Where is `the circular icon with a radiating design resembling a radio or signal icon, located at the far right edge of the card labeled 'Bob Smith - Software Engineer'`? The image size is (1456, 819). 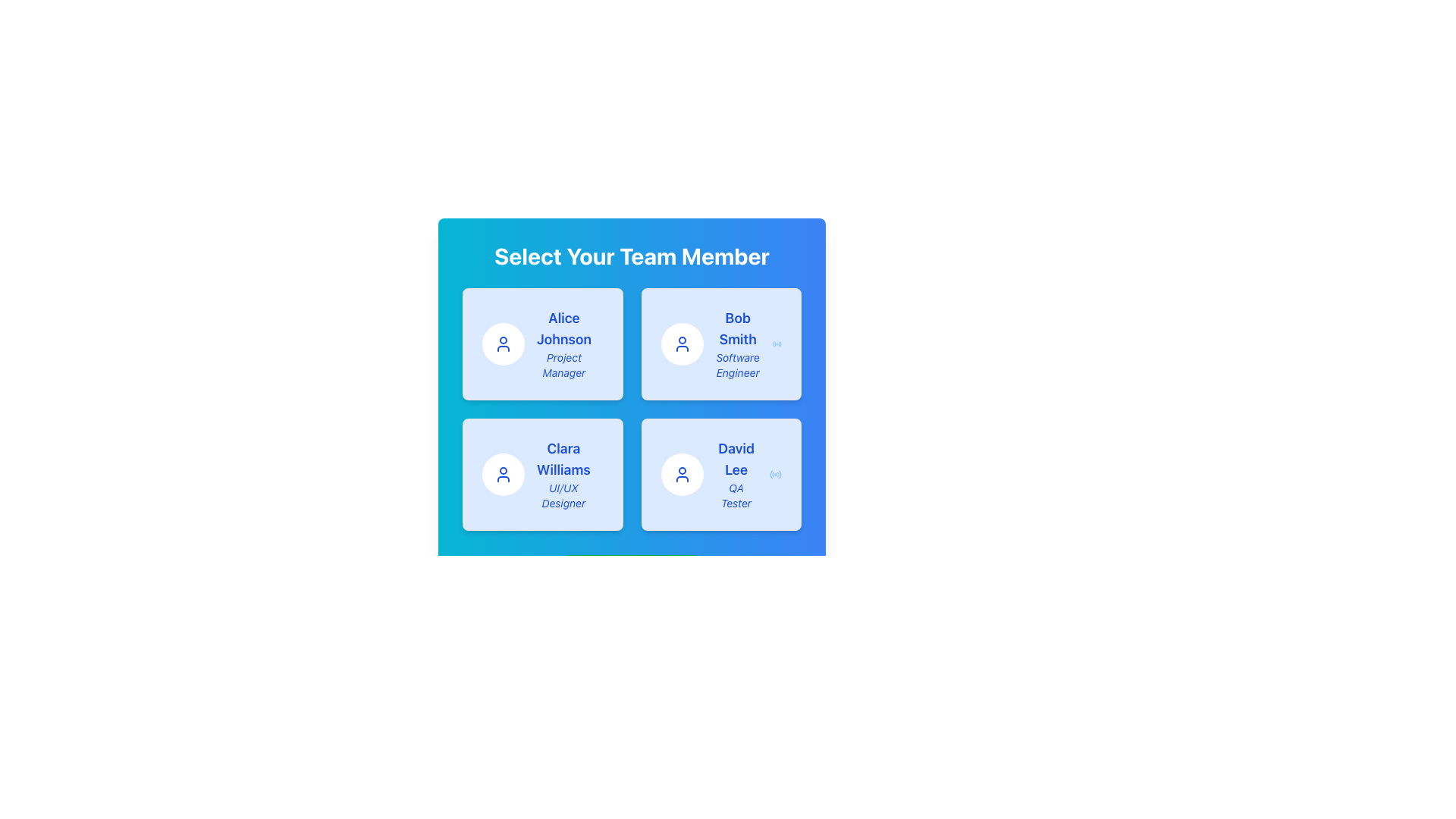 the circular icon with a radiating design resembling a radio or signal icon, located at the far right edge of the card labeled 'Bob Smith - Software Engineer' is located at coordinates (777, 344).